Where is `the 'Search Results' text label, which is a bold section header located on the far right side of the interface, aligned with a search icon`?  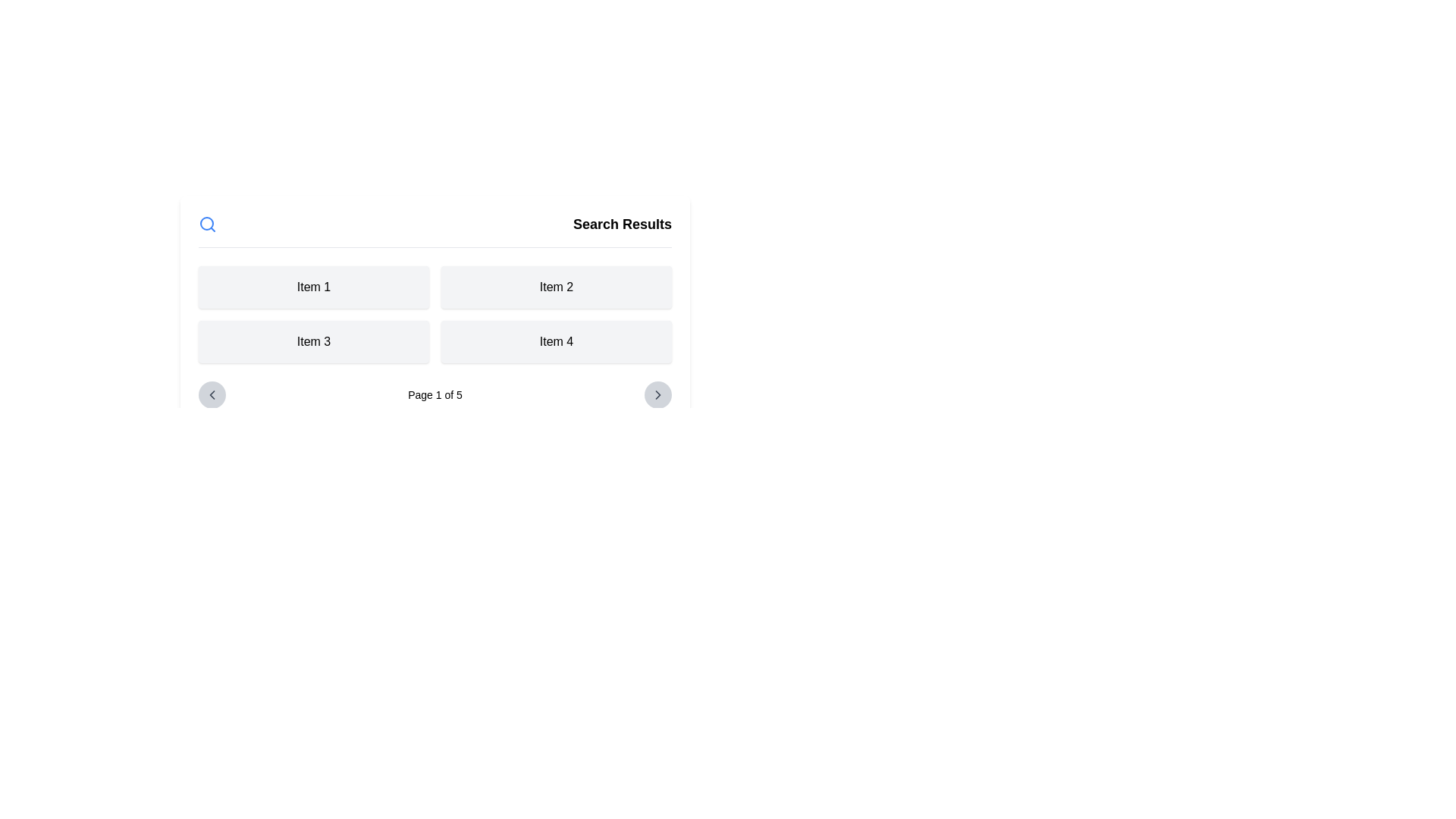 the 'Search Results' text label, which is a bold section header located on the far right side of the interface, aligned with a search icon is located at coordinates (622, 224).